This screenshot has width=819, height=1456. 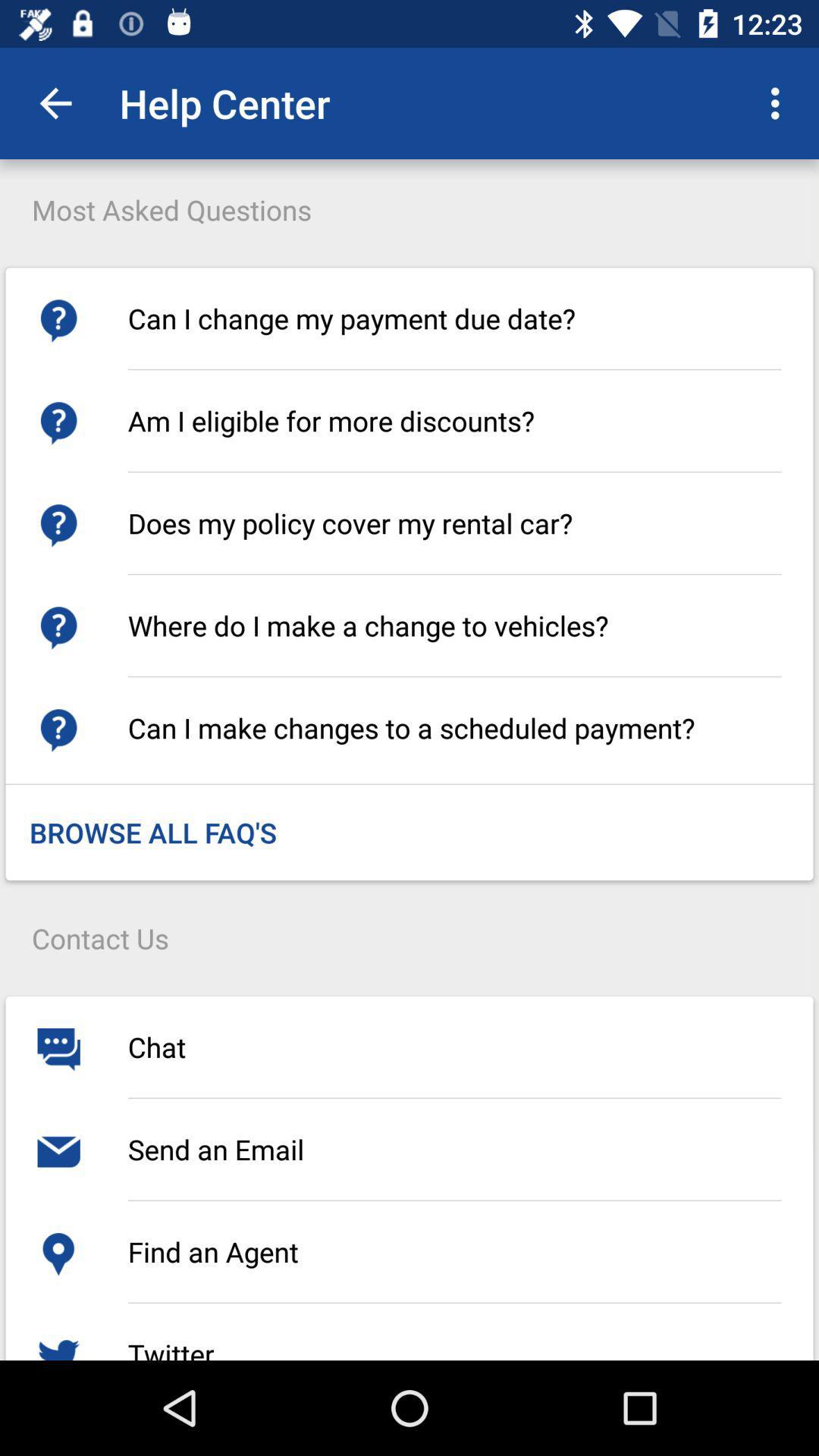 I want to click on app next to the help center app, so click(x=55, y=102).